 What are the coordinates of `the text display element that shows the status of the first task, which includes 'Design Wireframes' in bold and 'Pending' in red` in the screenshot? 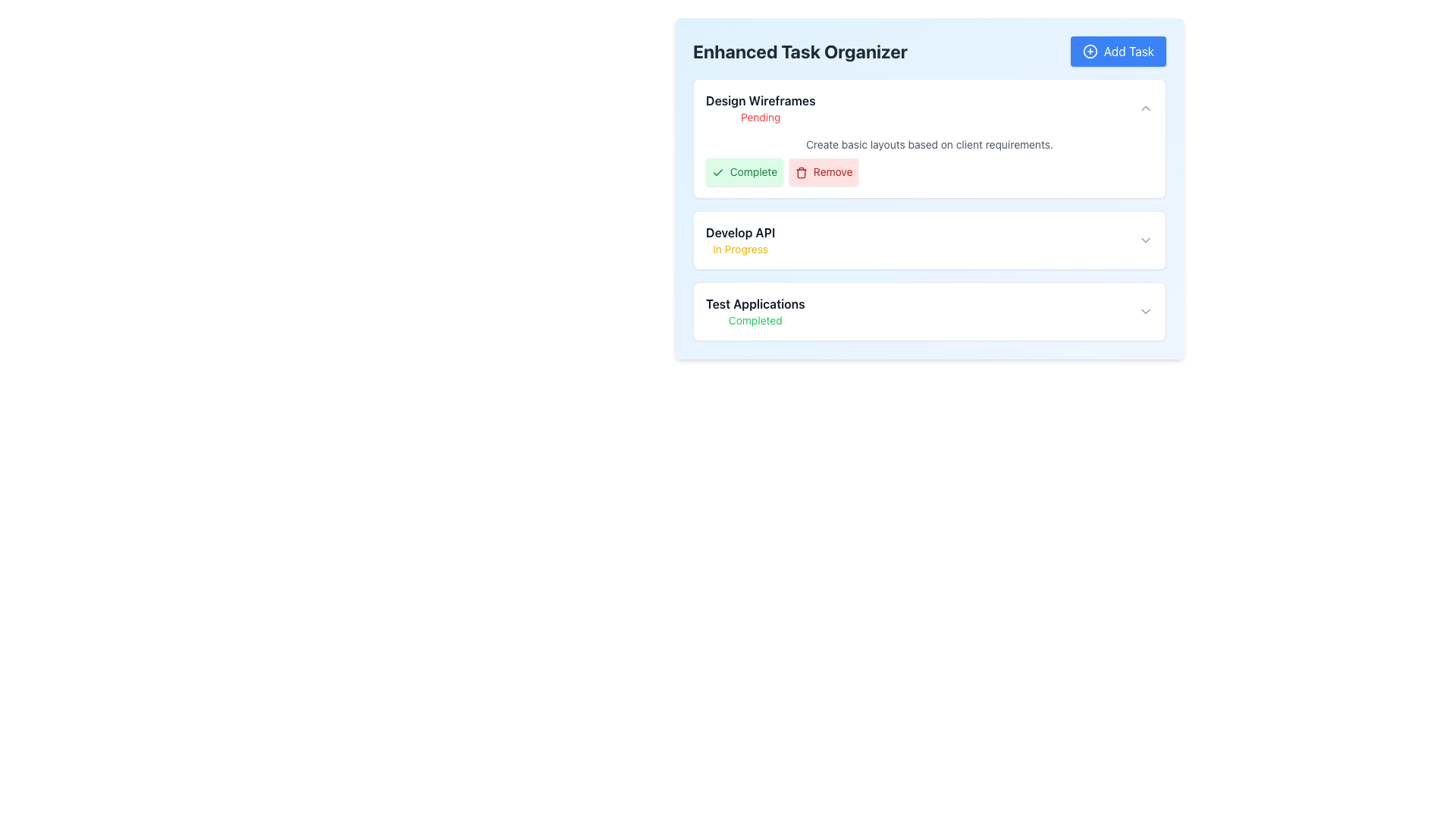 It's located at (761, 107).